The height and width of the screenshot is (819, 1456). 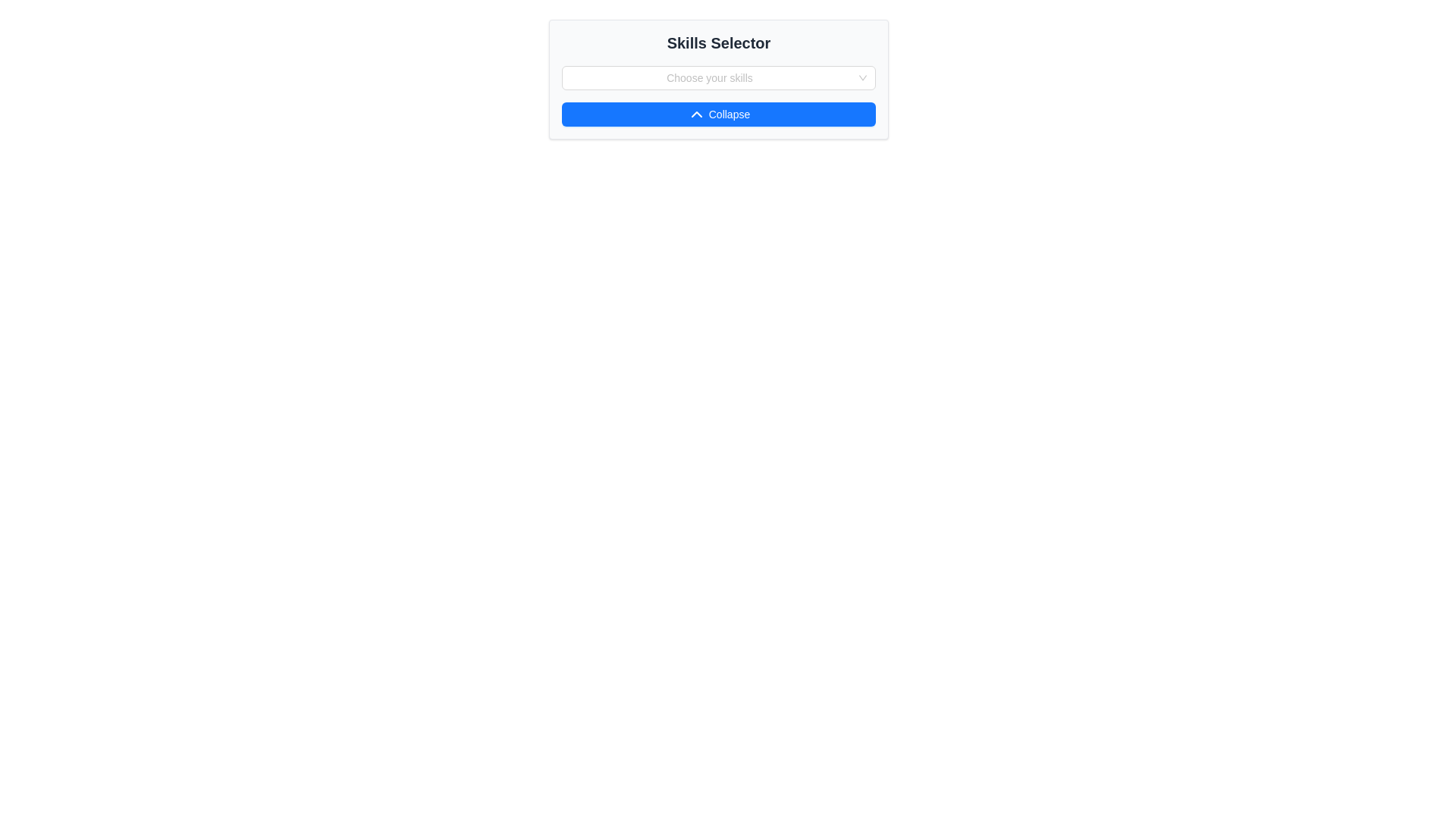 I want to click on the Multi-select dropdown input located centrally within the 'Skills Selector' card, so click(x=718, y=78).